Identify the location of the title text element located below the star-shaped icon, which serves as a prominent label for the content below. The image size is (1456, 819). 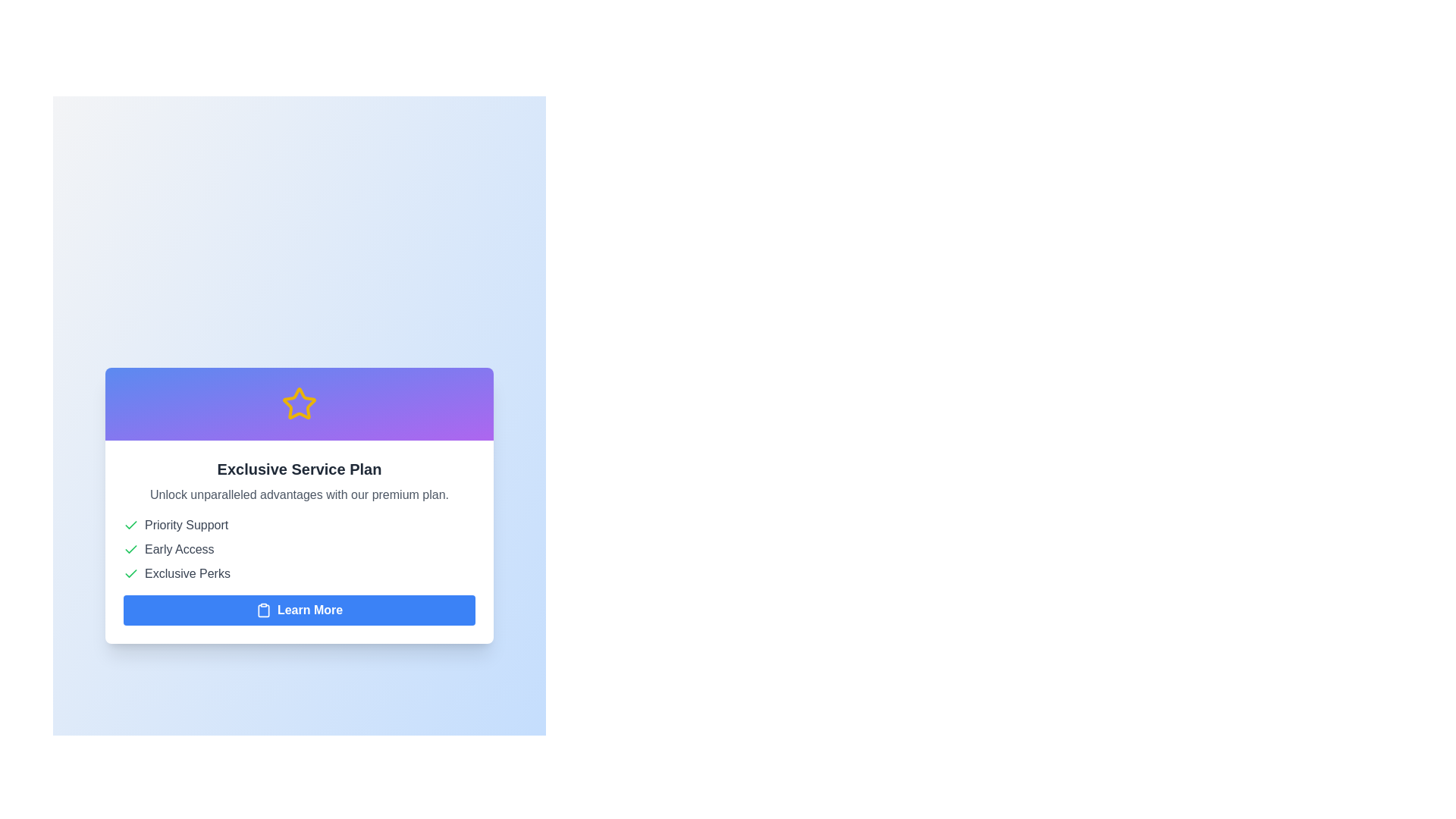
(299, 468).